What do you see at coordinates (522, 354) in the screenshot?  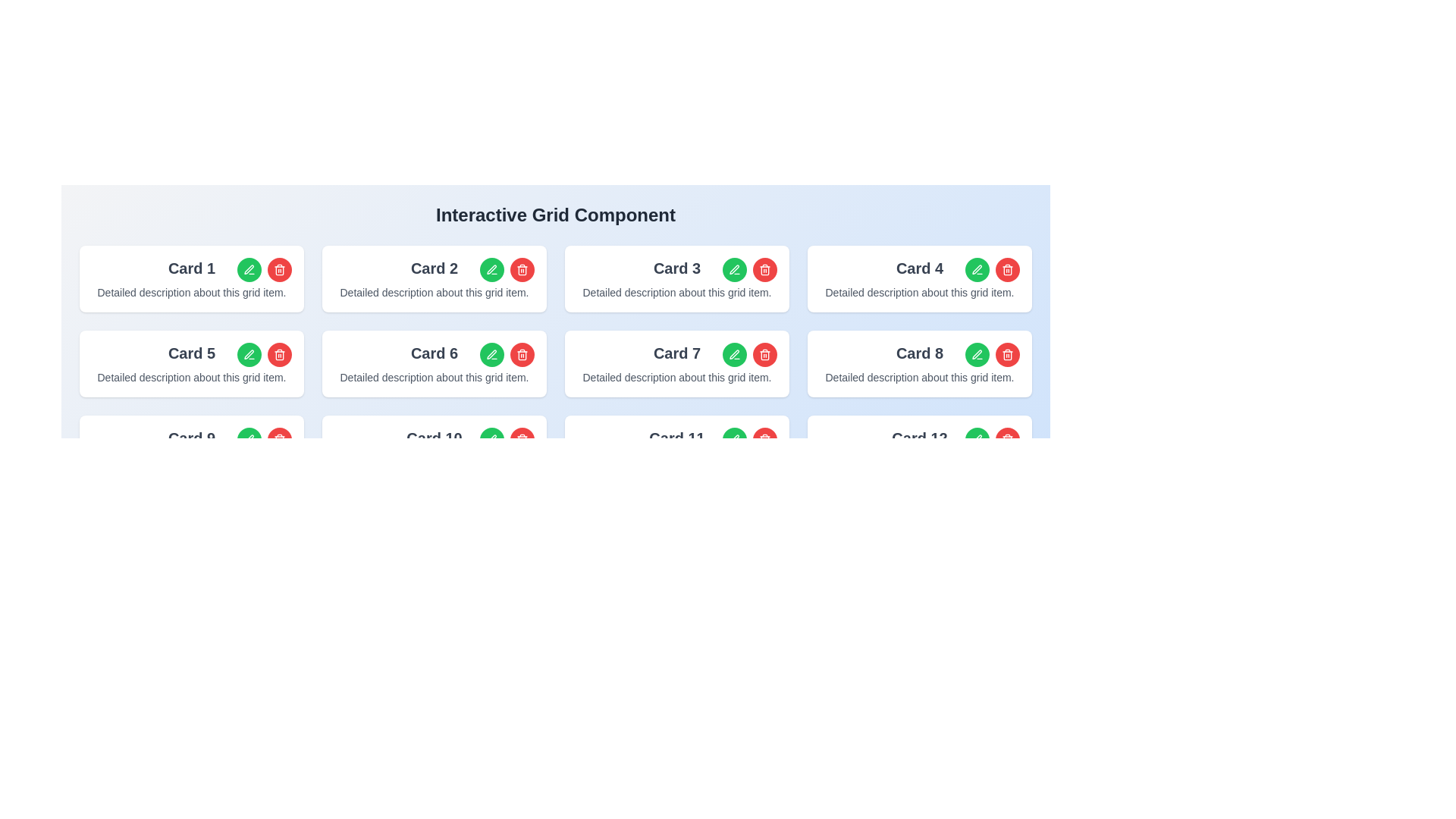 I see `the 'delete' button located in the top-right corner of 'Card 6'` at bounding box center [522, 354].